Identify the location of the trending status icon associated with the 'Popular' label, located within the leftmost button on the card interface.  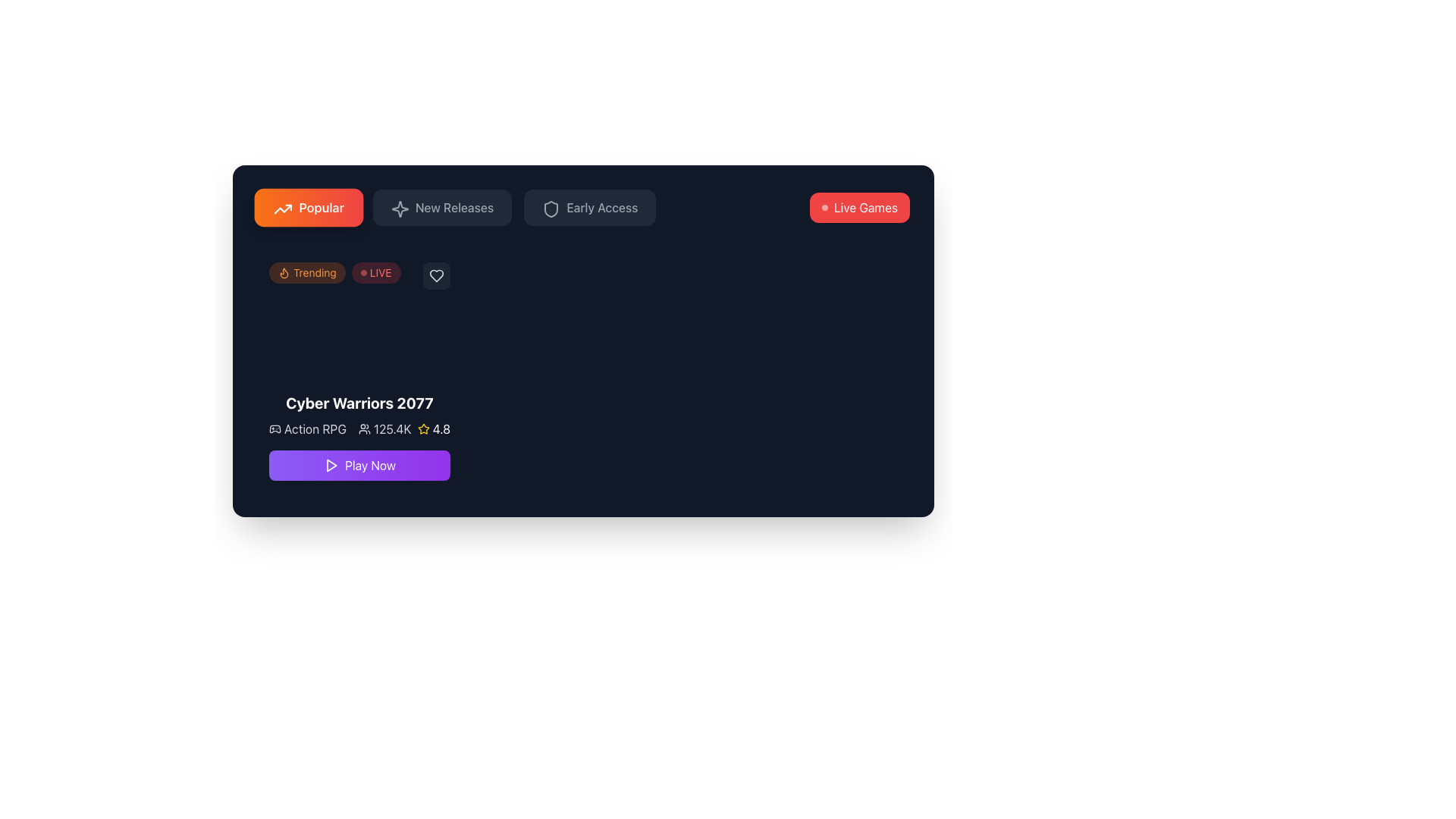
(281, 207).